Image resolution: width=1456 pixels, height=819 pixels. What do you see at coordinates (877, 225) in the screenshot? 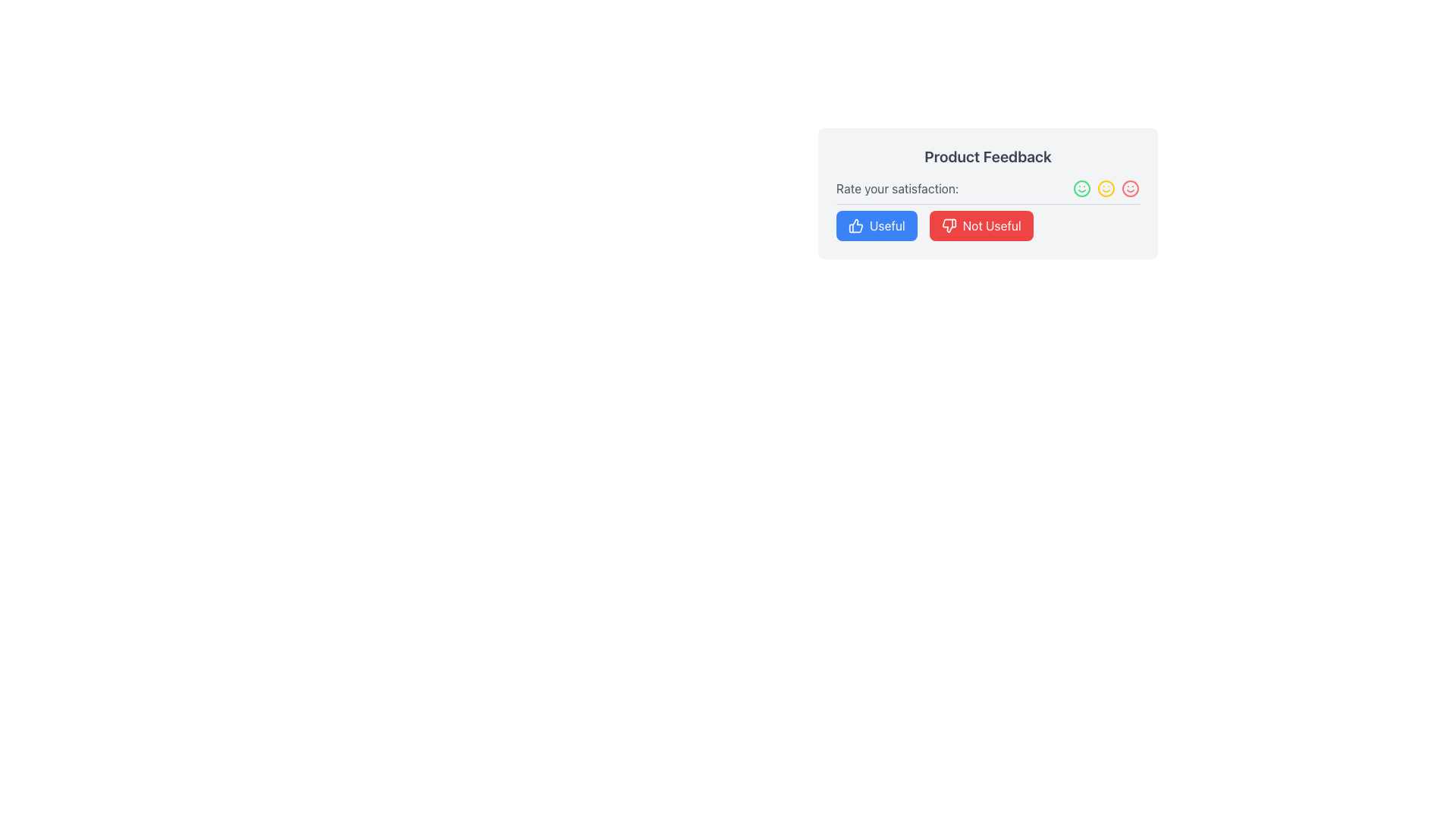
I see `the blue button with rounded corners and a thumbs-up icon labeled 'Useful' to indicate positive feedback` at bounding box center [877, 225].